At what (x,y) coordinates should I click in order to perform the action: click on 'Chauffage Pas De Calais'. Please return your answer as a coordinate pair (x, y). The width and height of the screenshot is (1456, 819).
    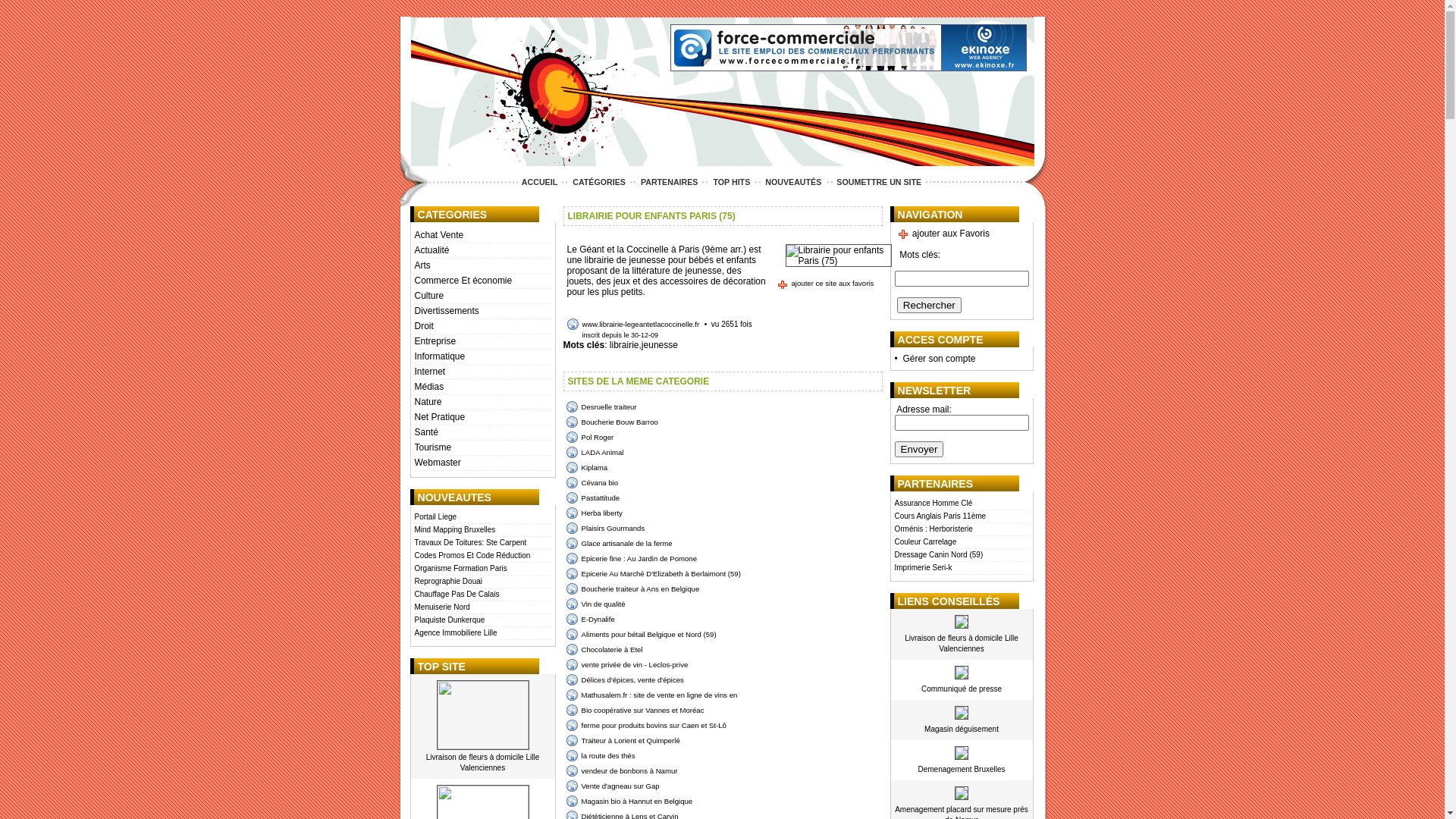
    Looking at the image, I should click on (481, 594).